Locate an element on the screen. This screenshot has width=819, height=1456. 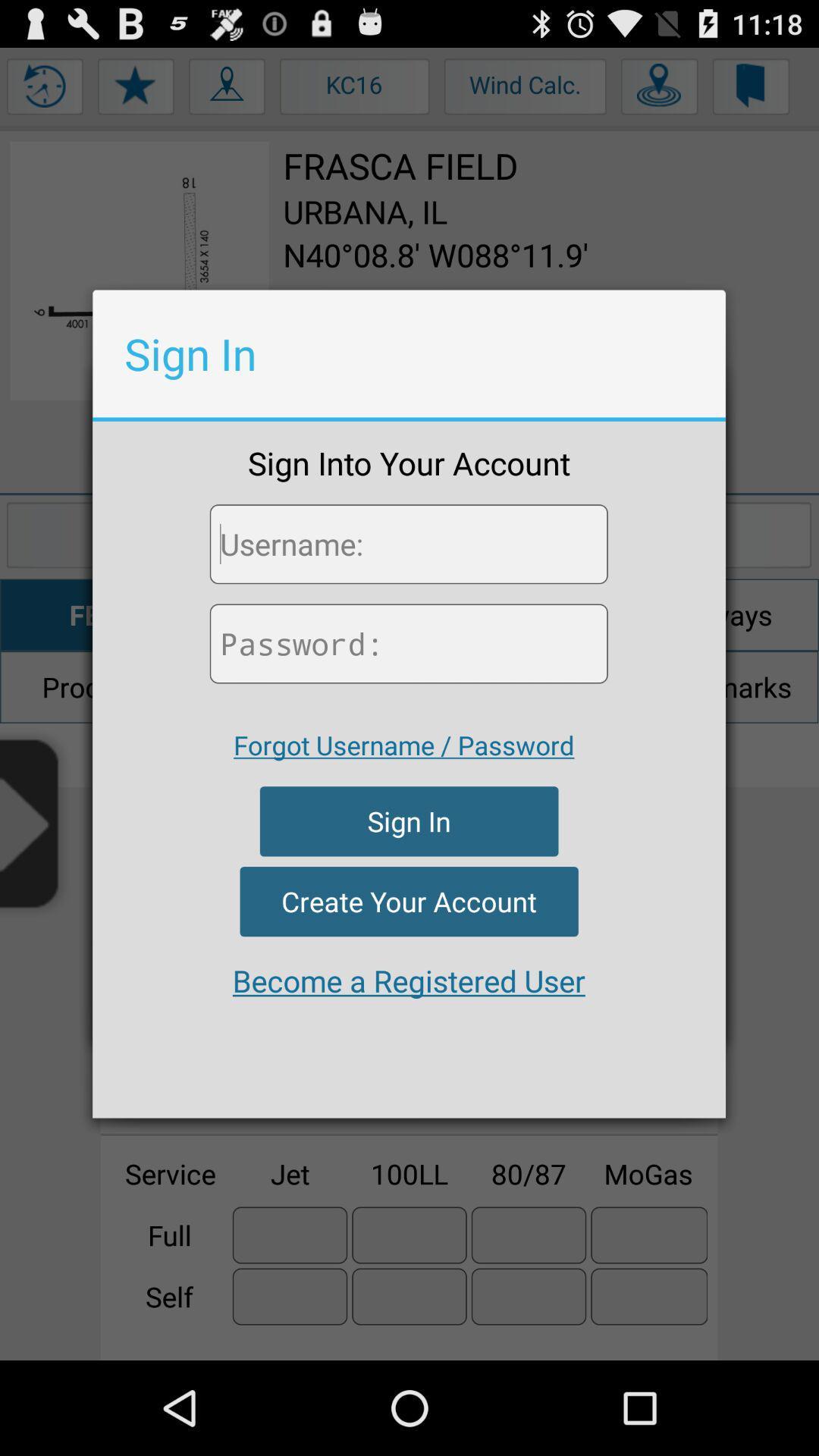
the forgot username / password app is located at coordinates (403, 745).